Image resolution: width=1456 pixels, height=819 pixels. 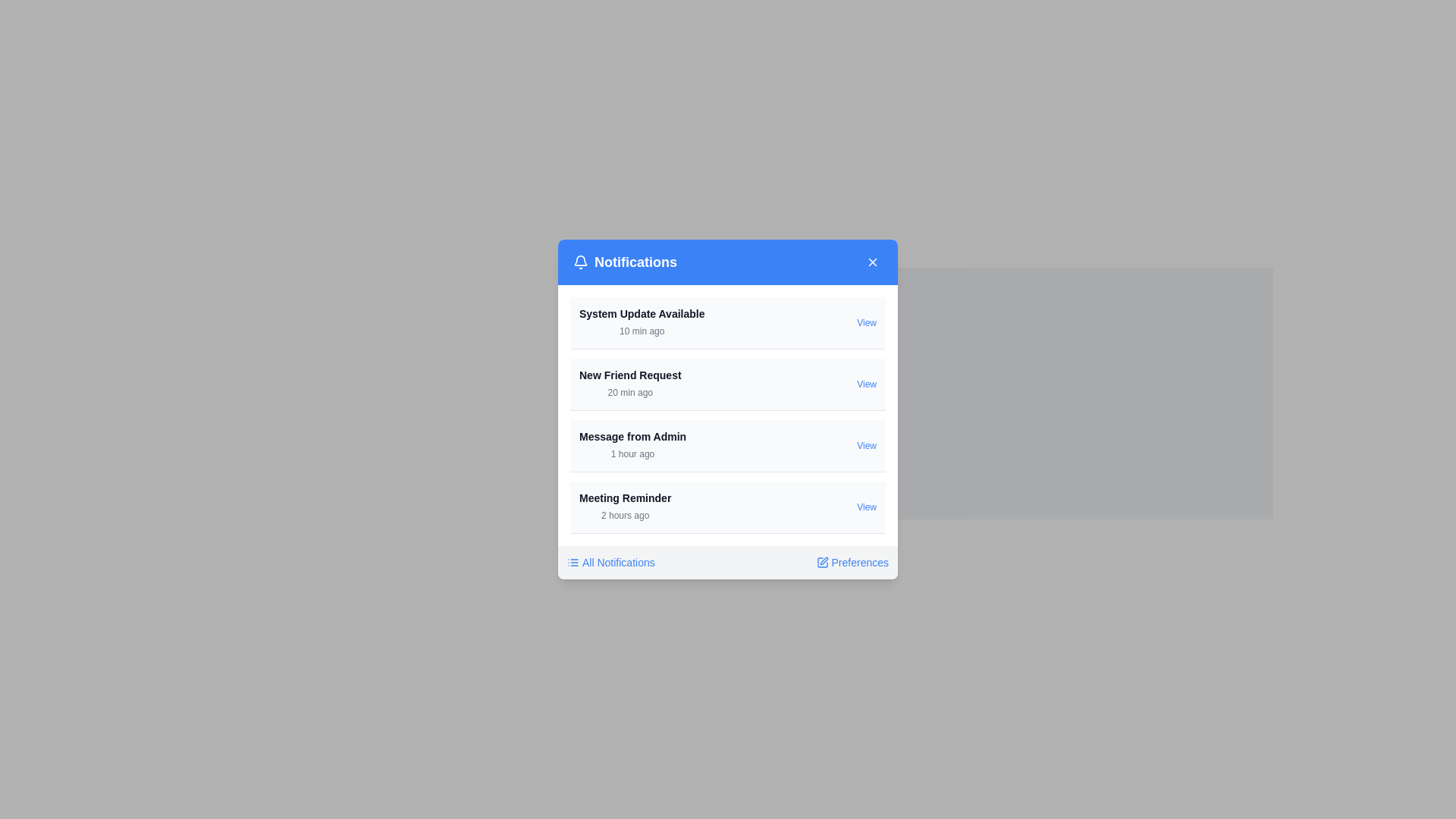 I want to click on the close button located in the upper-right corner of the 'Notifications' header section, which is positioned to the right of the text label 'Notifications', so click(x=873, y=262).